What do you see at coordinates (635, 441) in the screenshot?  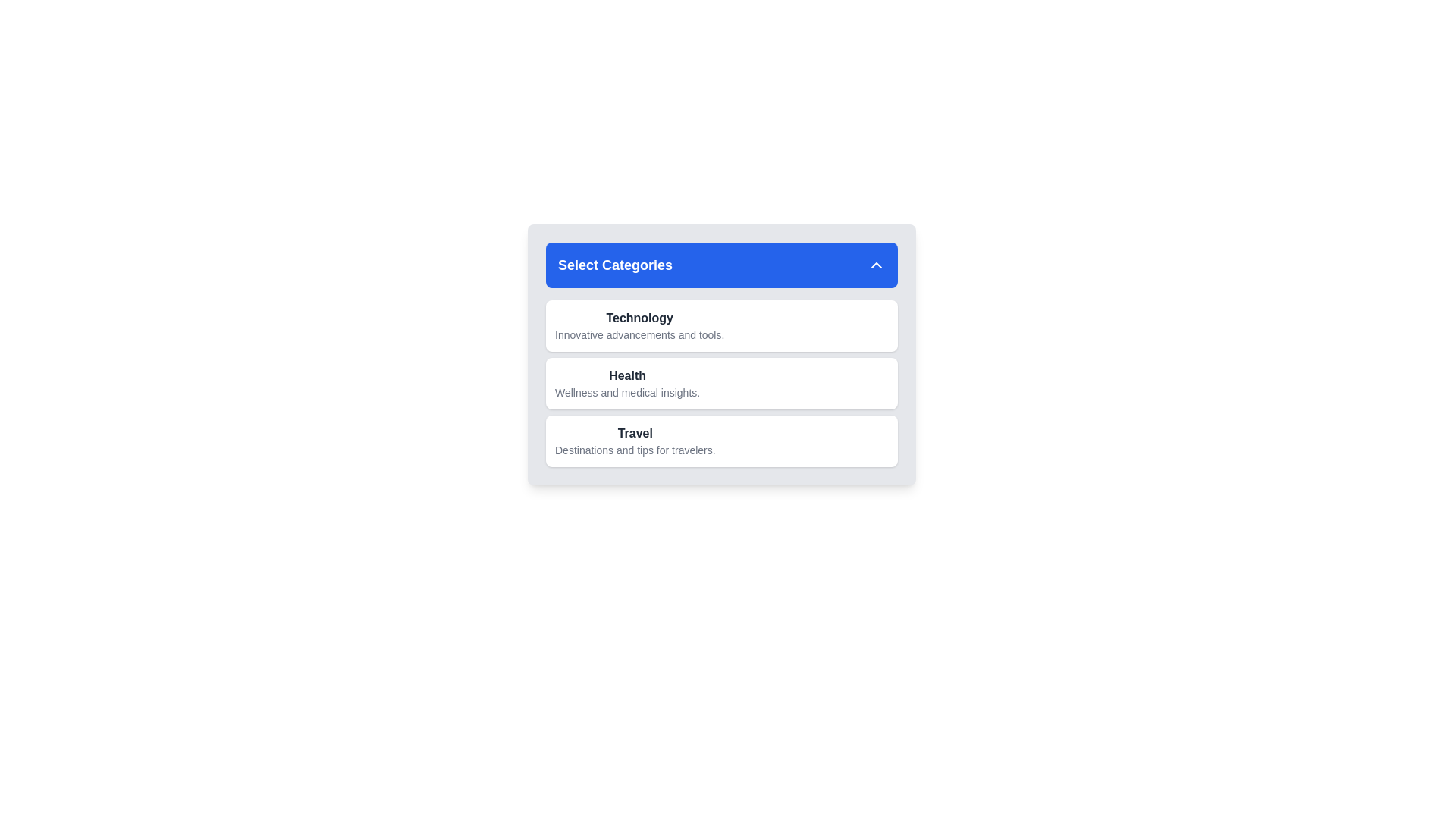 I see `the 'Travel' category item in the category list` at bounding box center [635, 441].